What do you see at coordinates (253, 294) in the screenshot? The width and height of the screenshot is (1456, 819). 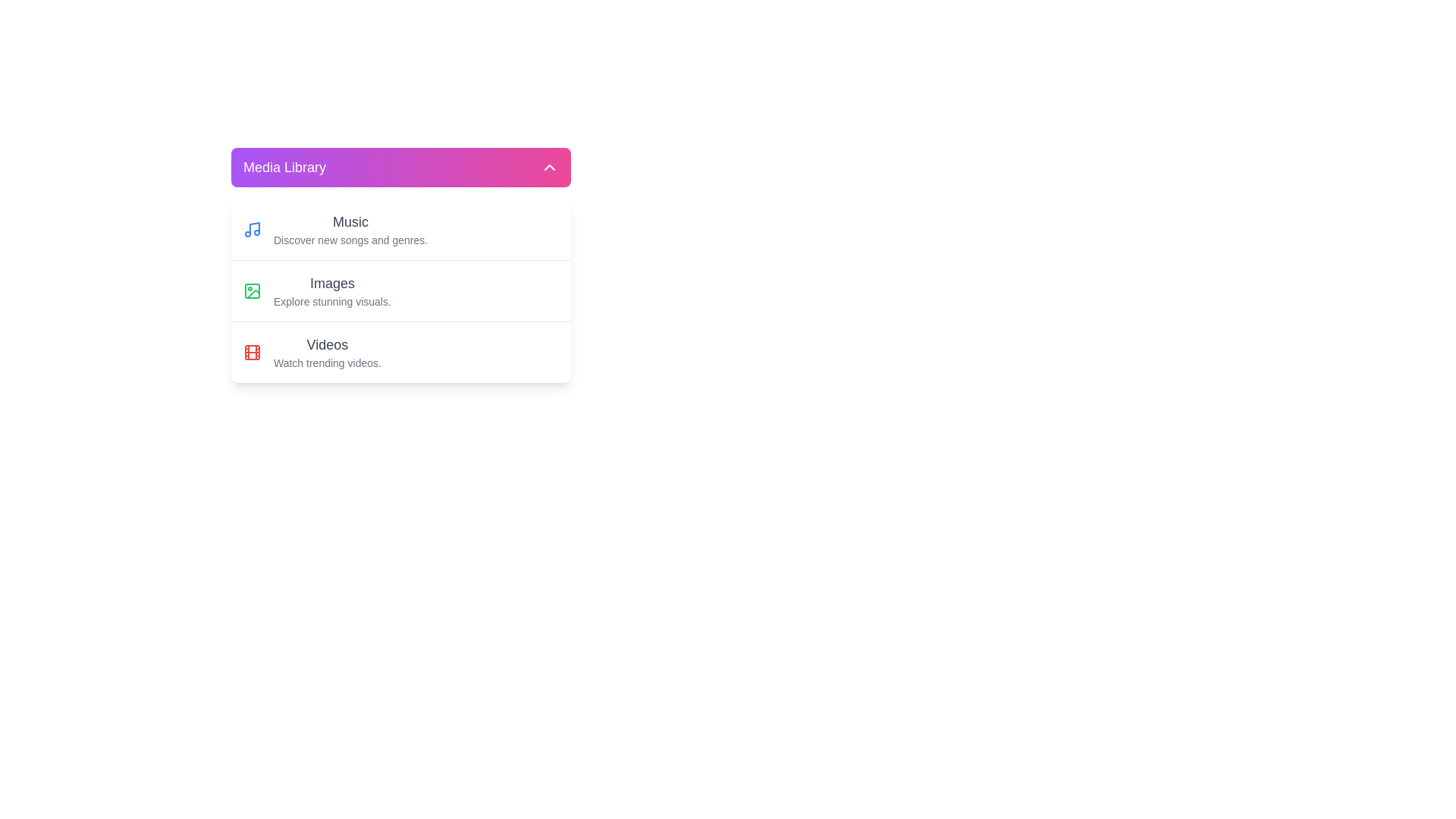 I see `the state of the decorative graphical component within the 'Images' icon in the 'Media Library' interface, located to the right of the 'Images' text label` at bounding box center [253, 294].